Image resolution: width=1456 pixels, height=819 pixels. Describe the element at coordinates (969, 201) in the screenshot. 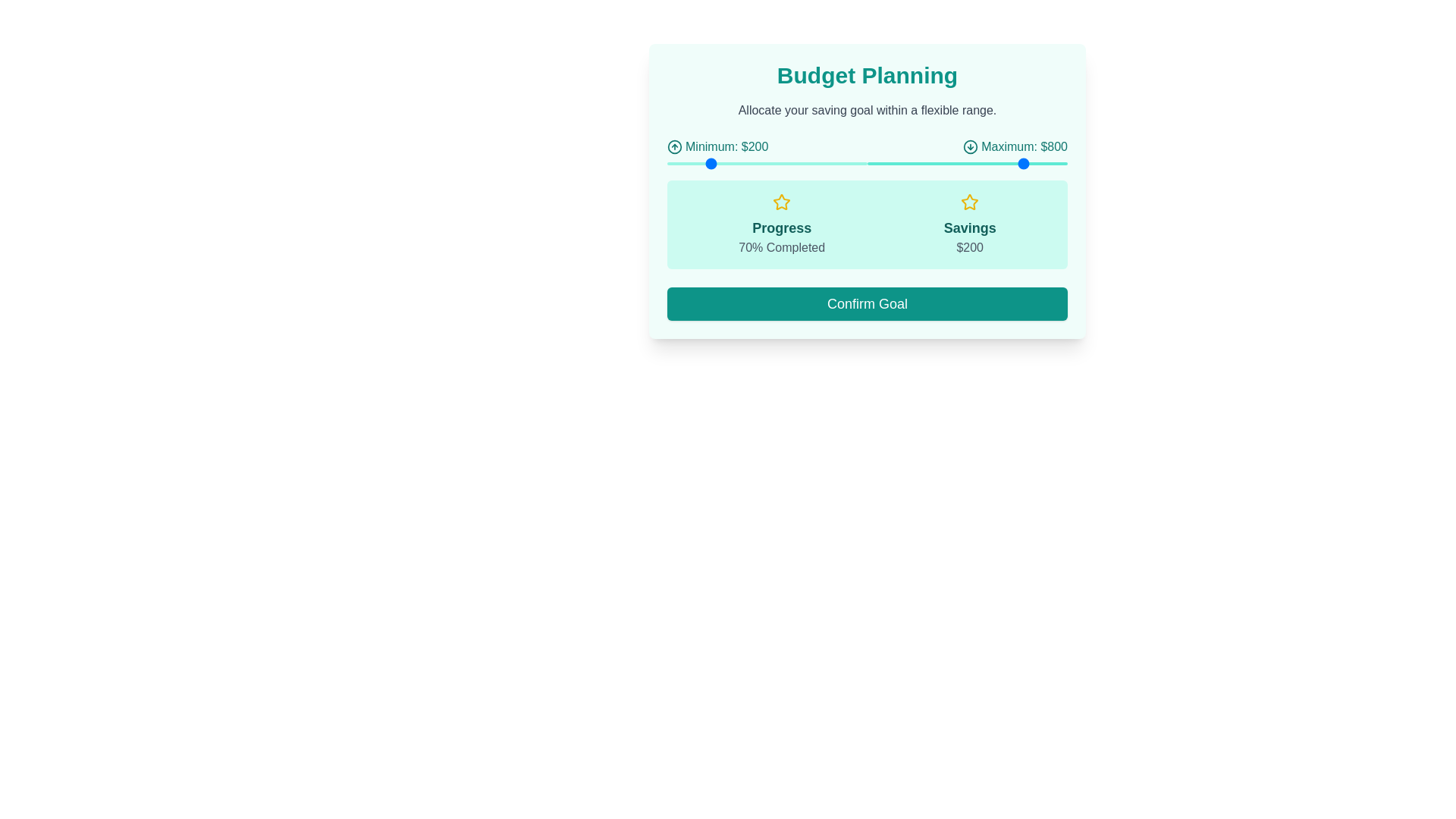

I see `properties of the star icon representing the 'Savings' section, located centrally above the '$200' text` at that location.